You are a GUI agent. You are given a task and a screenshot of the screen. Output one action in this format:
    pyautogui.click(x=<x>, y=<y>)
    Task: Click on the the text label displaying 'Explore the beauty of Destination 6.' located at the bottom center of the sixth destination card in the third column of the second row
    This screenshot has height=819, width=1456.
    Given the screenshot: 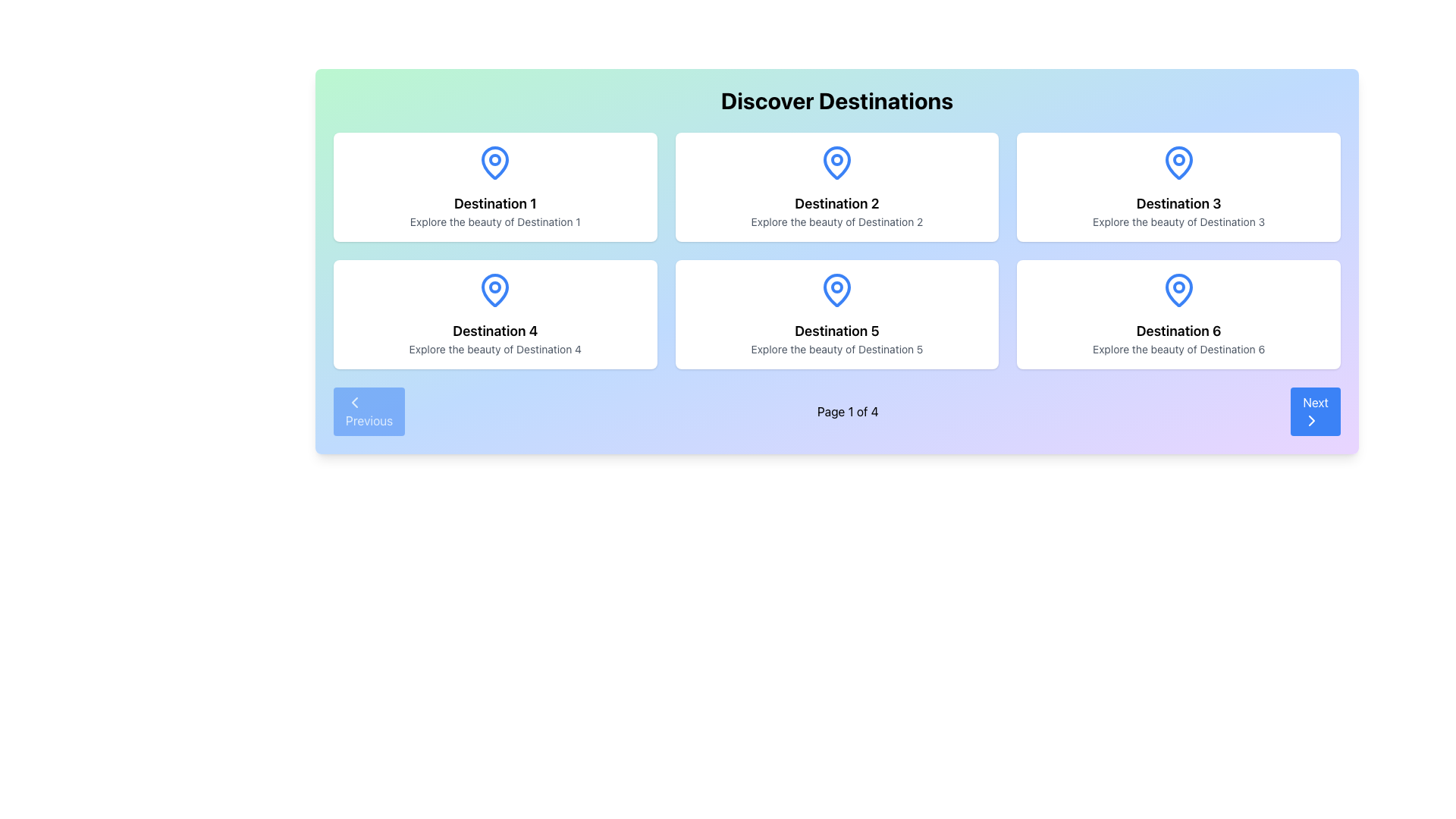 What is the action you would take?
    pyautogui.click(x=1178, y=350)
    